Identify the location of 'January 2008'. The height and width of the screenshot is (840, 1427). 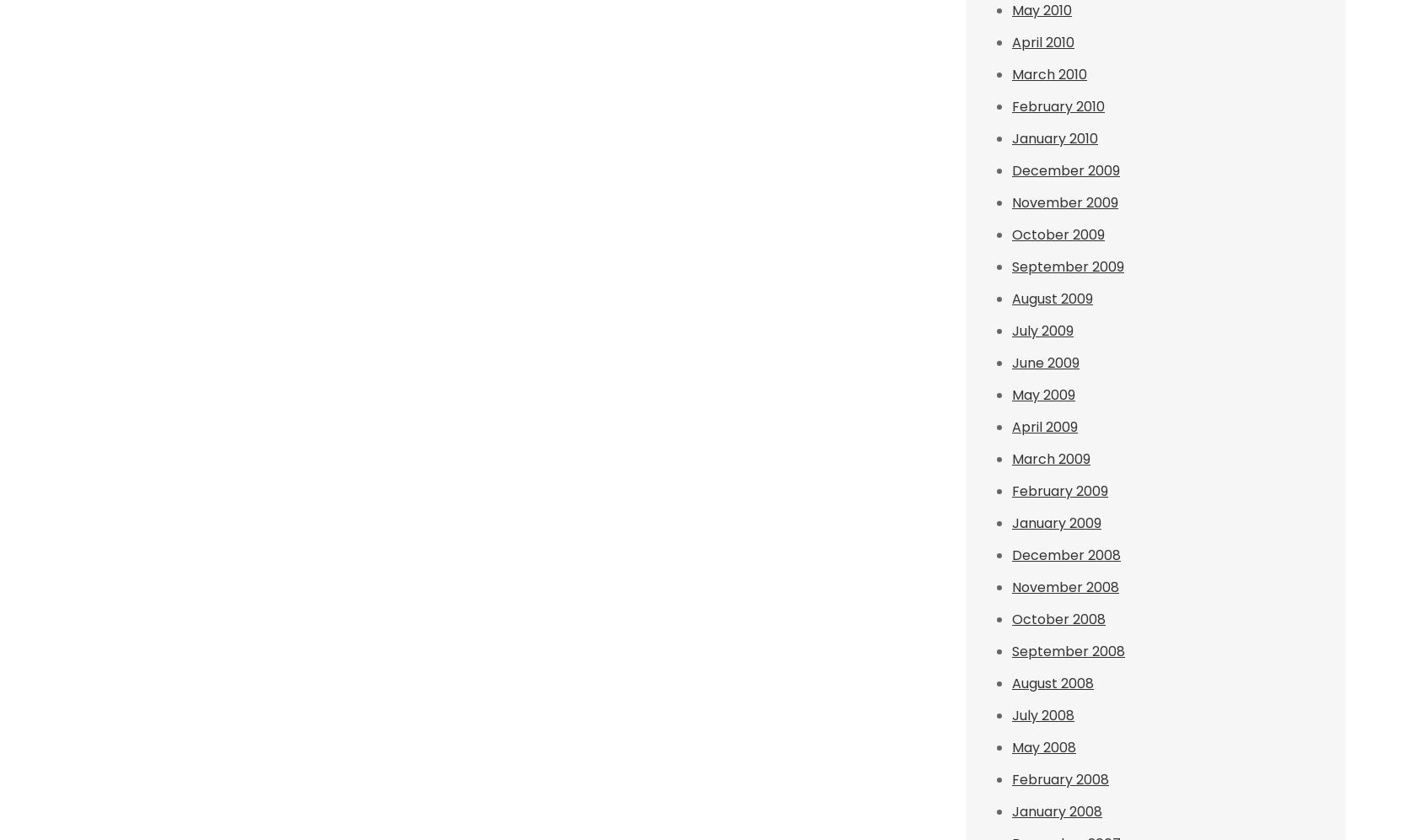
(1057, 810).